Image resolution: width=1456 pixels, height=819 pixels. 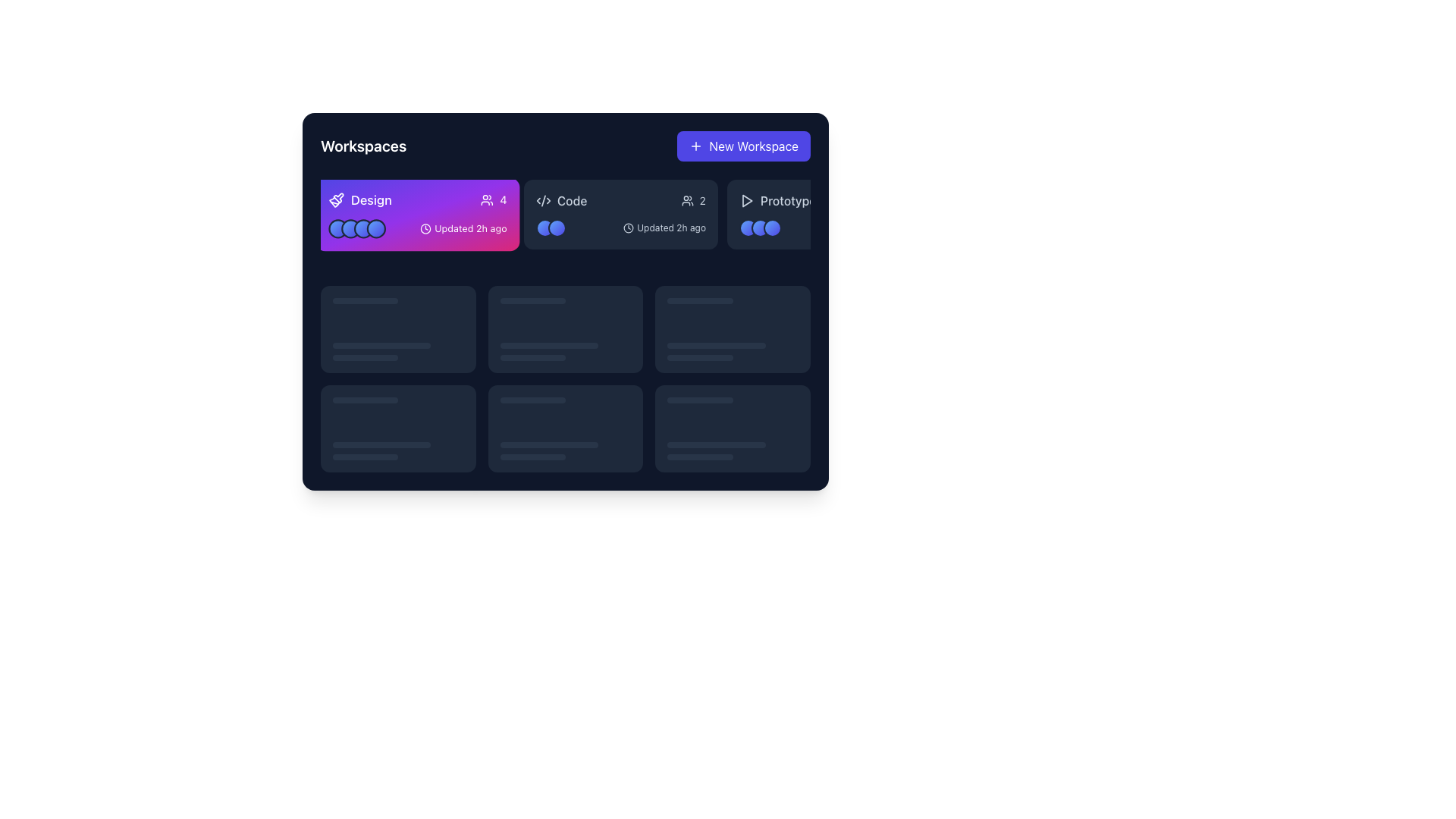 I want to click on the icon featuring two stylized user figures, which is located in the second card labeled 'Code' in the top row of the workspace grid, so click(x=686, y=200).